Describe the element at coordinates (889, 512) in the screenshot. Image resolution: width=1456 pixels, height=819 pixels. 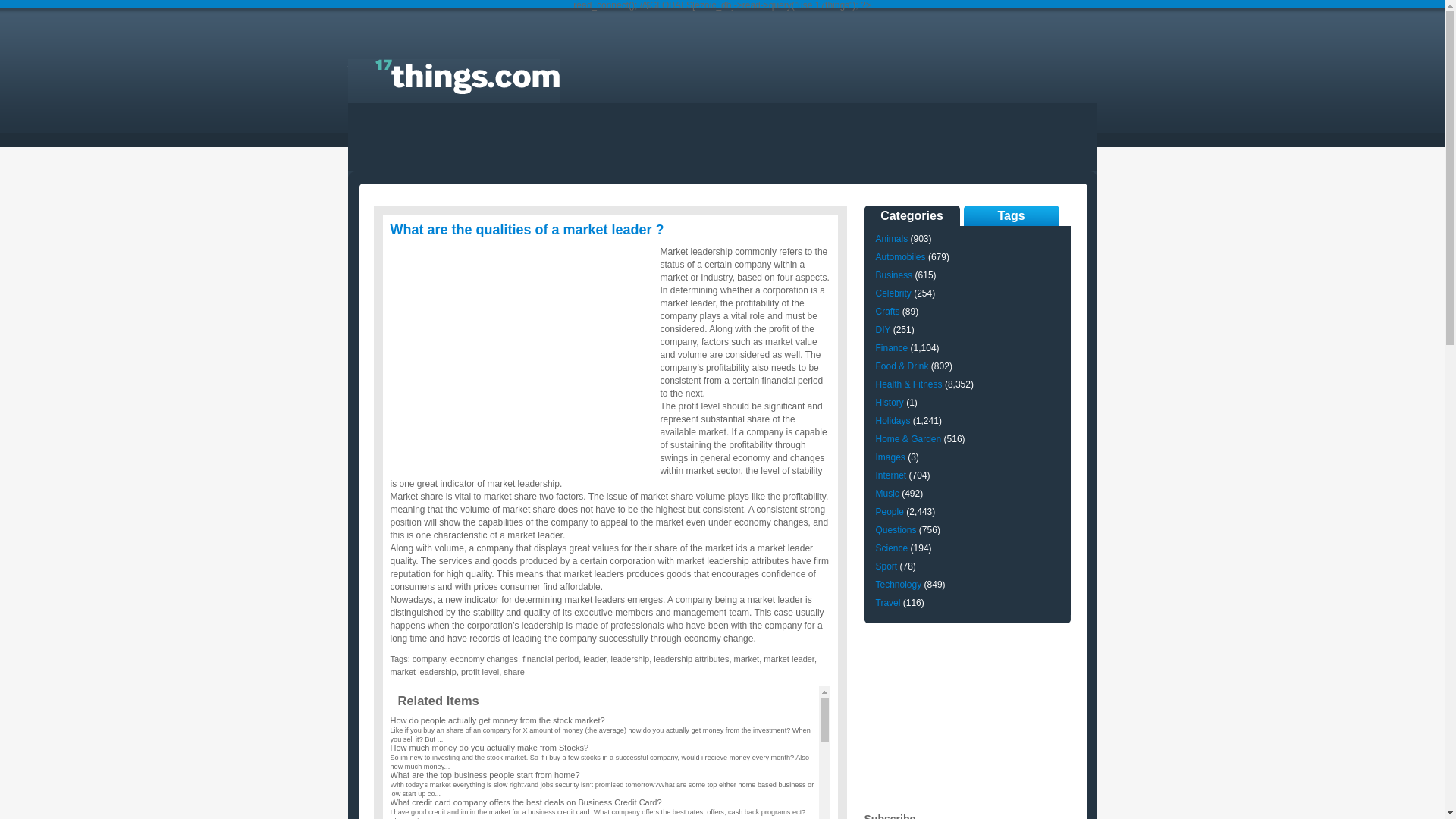
I see `'People'` at that location.